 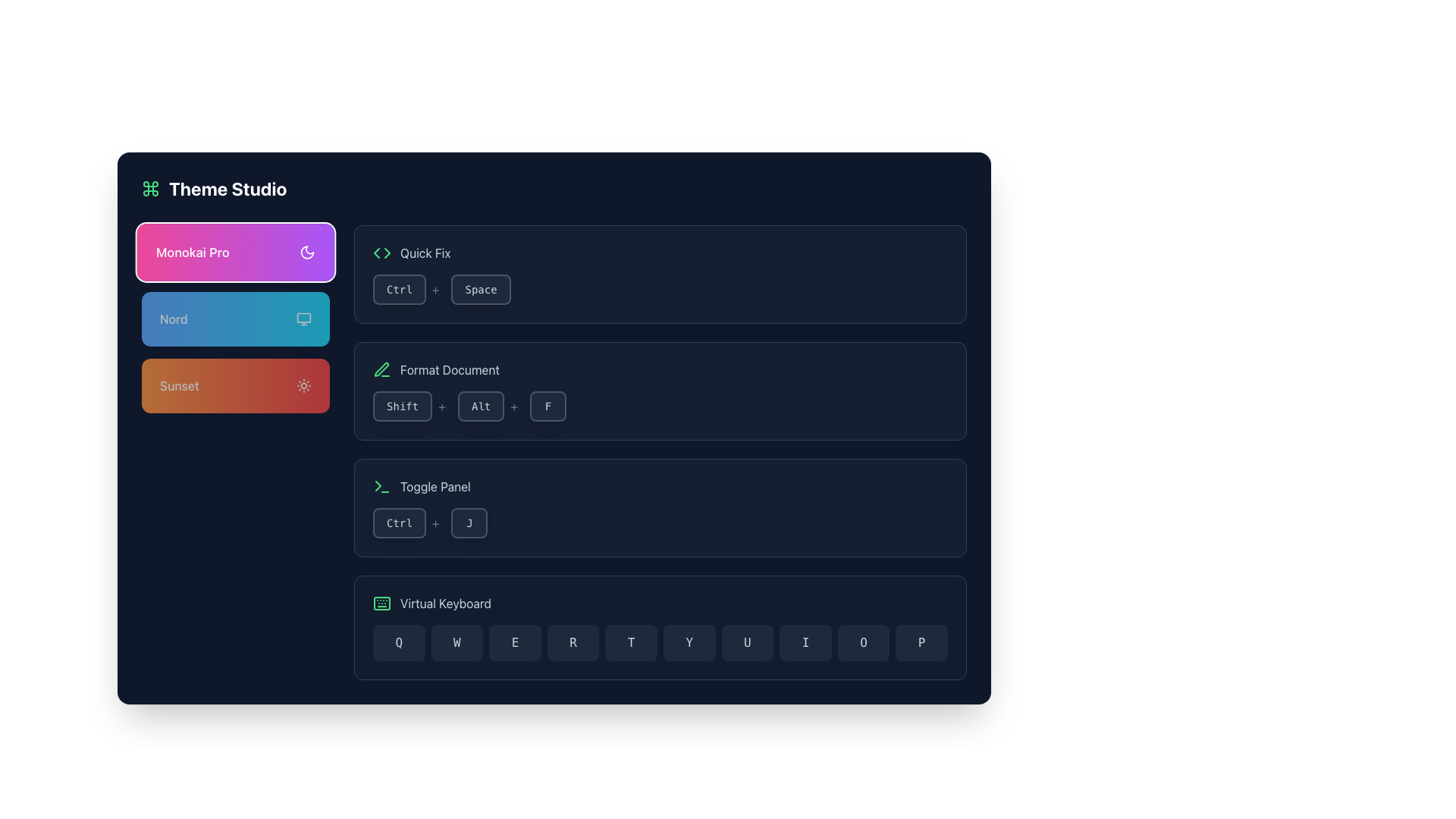 What do you see at coordinates (660, 391) in the screenshot?
I see `the command option to format a document, located centrally between the 'Quick Fix' block and the 'Toggle Panel' block` at bounding box center [660, 391].